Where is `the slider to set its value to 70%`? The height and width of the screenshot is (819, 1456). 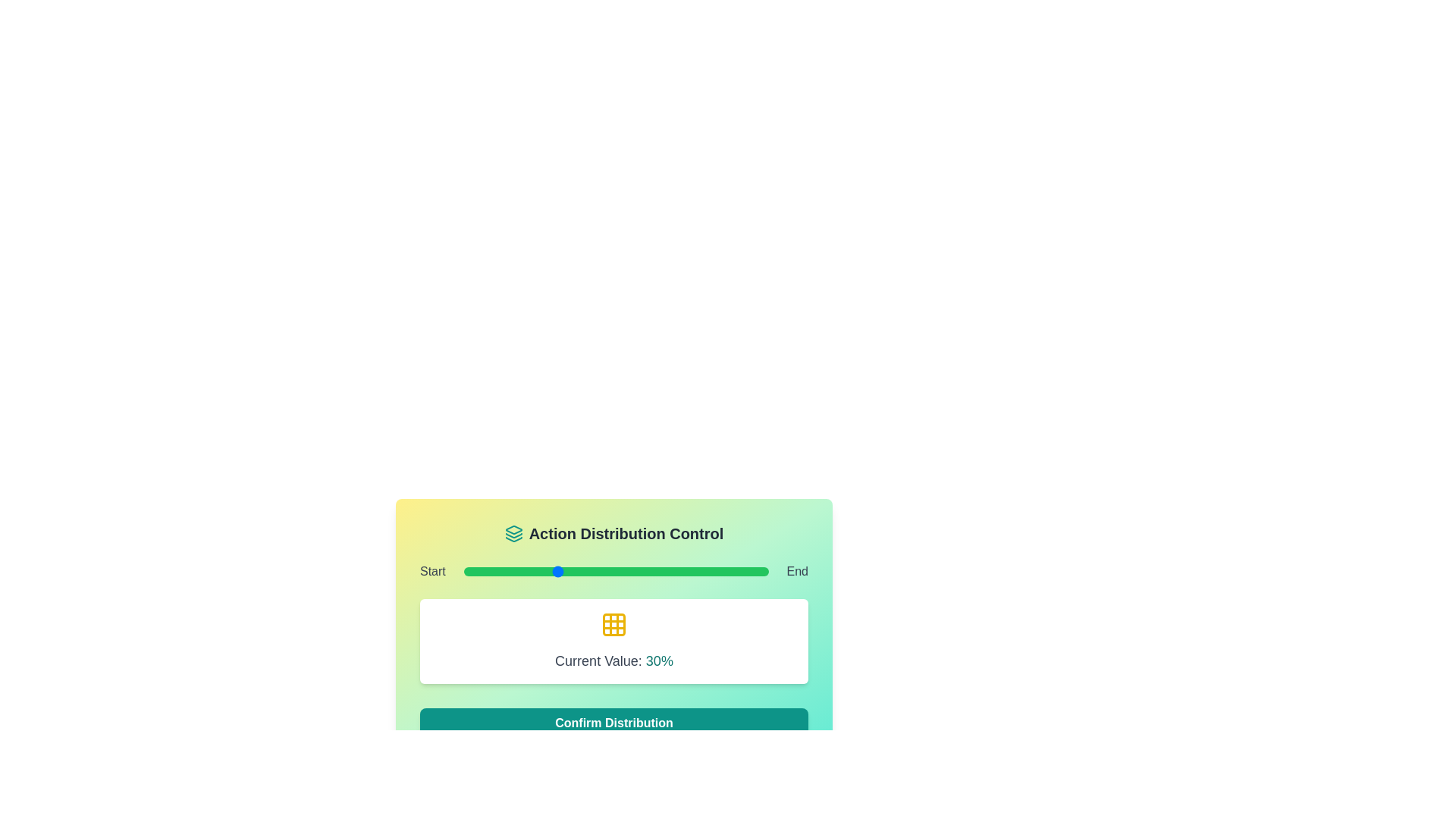 the slider to set its value to 70% is located at coordinates (676, 571).